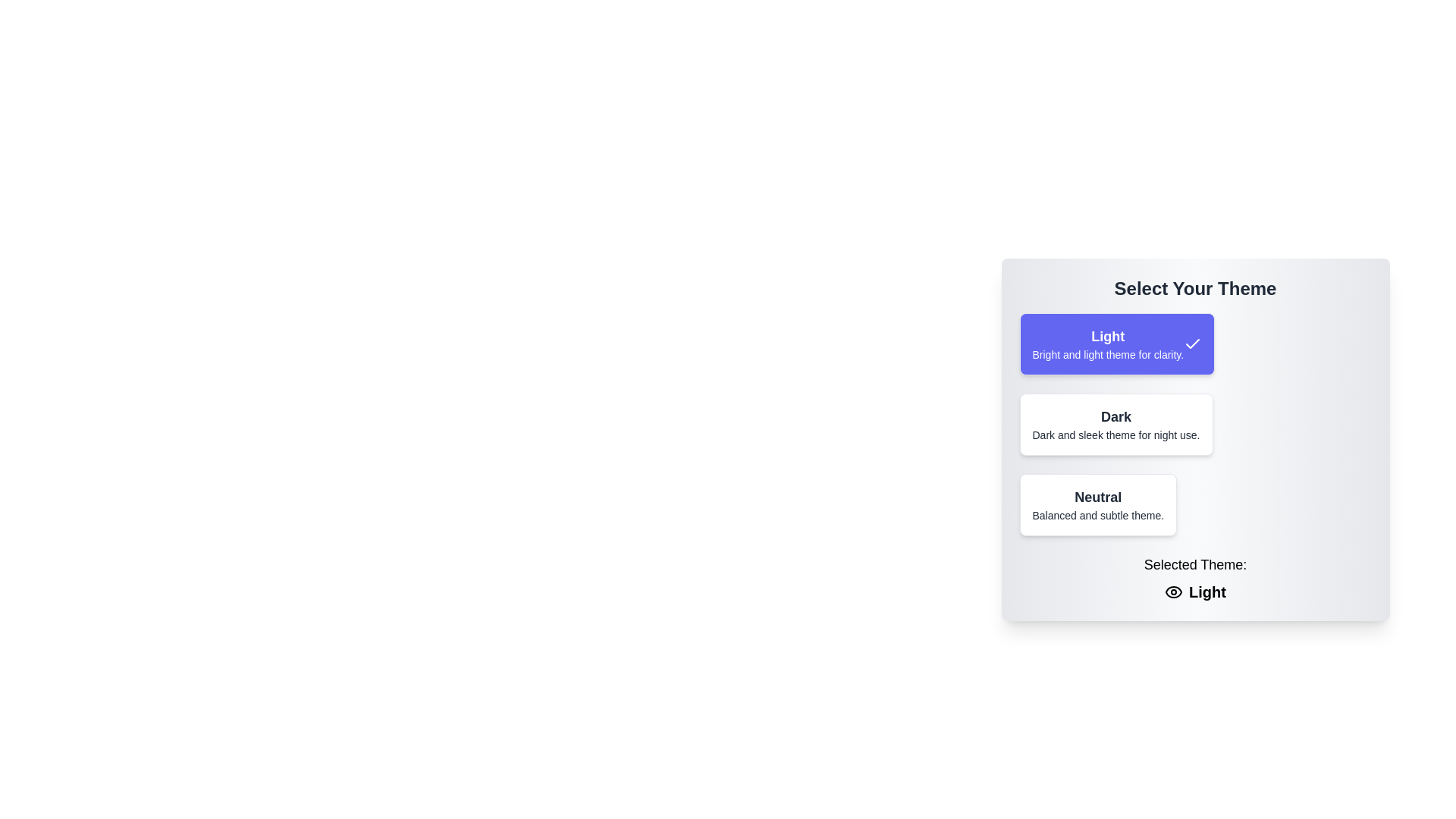 The height and width of the screenshot is (819, 1456). Describe the element at coordinates (1098, 505) in the screenshot. I see `the 'Neutral' theme selectable option box, which is the third option in a vertical list of theme selection boxes` at that location.